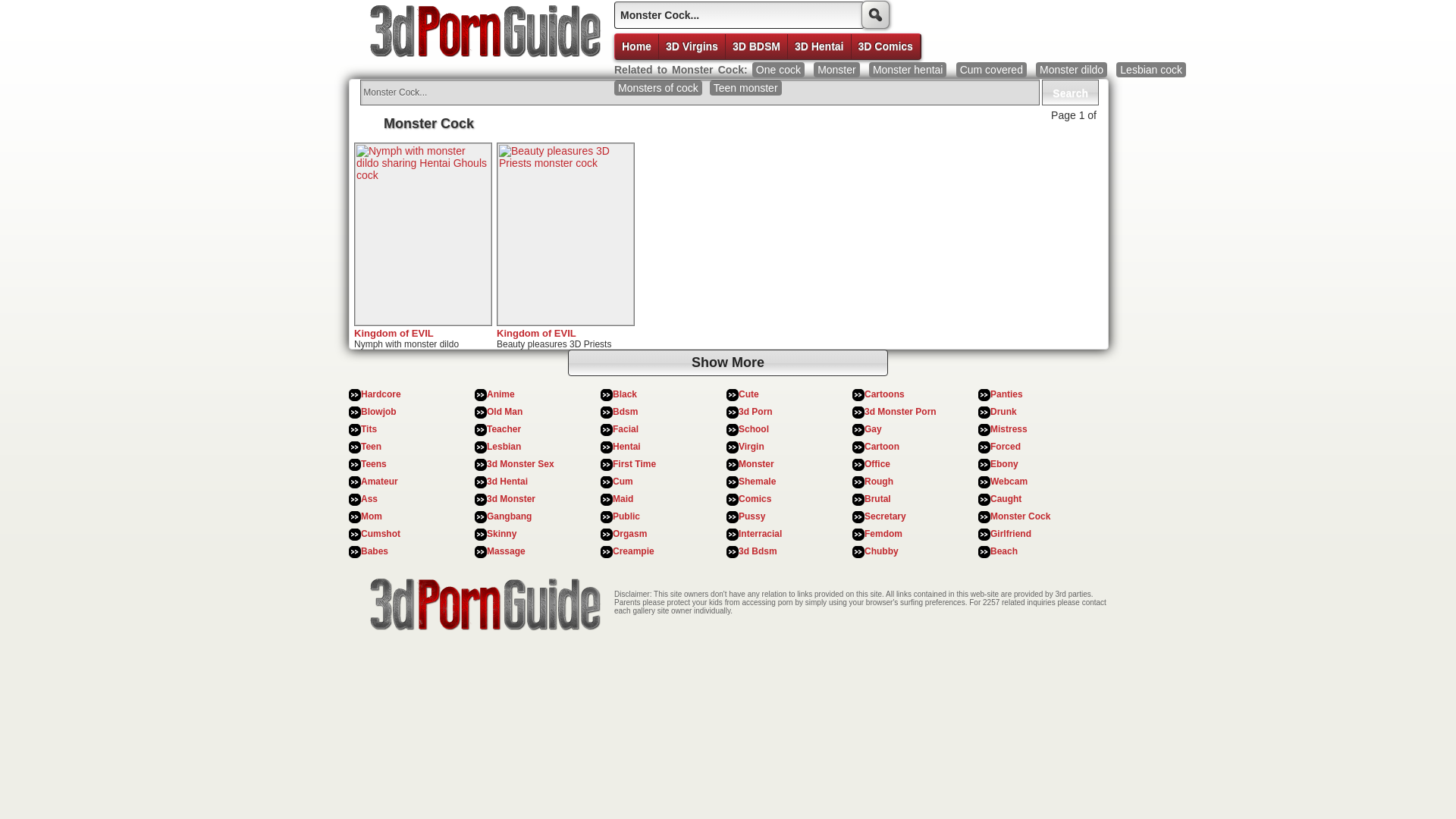 Image resolution: width=1456 pixels, height=819 pixels. Describe the element at coordinates (757, 45) in the screenshot. I see `'3D BDSM'` at that location.